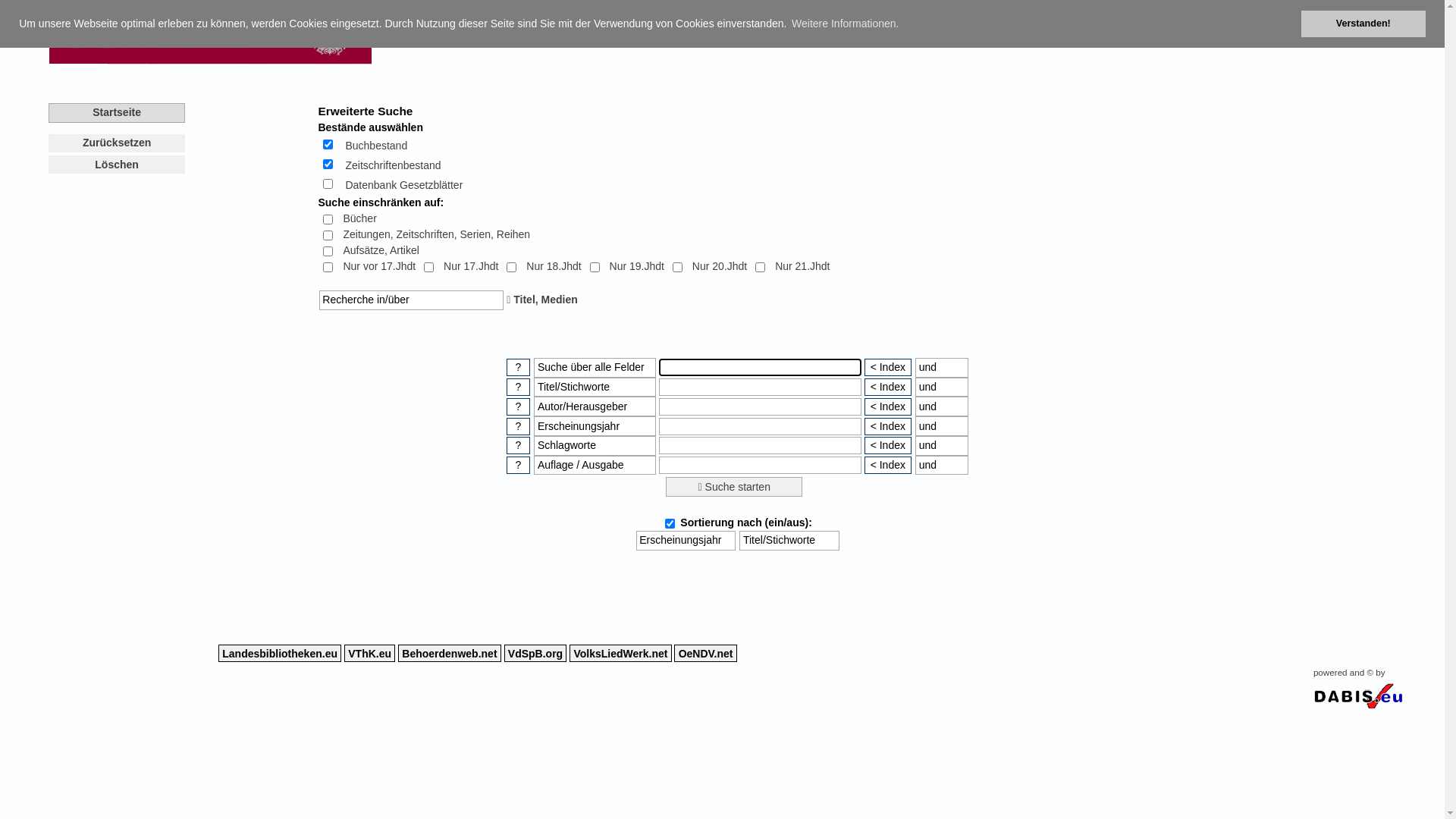 The width and height of the screenshot is (1456, 819). What do you see at coordinates (704, 652) in the screenshot?
I see `'OeNDV.net'` at bounding box center [704, 652].